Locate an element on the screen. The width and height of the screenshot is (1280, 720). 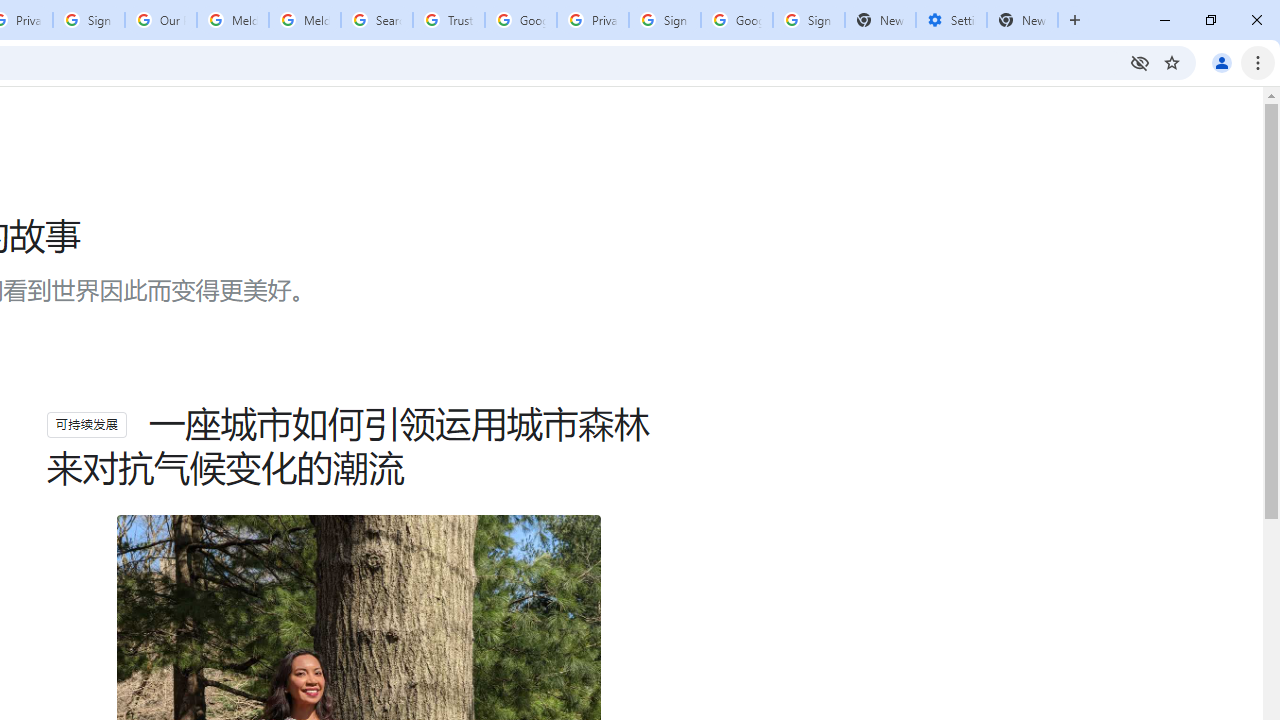
'Settings - Addresses and more' is located at coordinates (950, 20).